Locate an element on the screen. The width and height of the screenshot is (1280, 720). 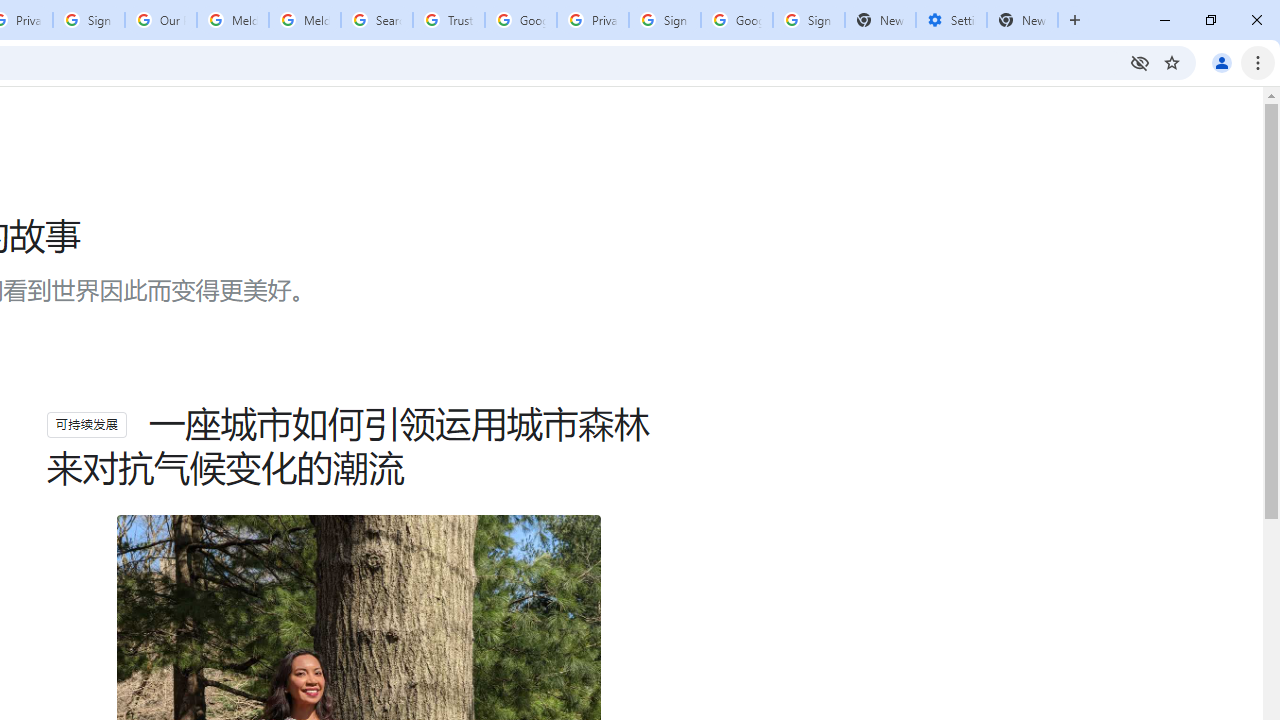
'Settings - Addresses and more' is located at coordinates (950, 20).